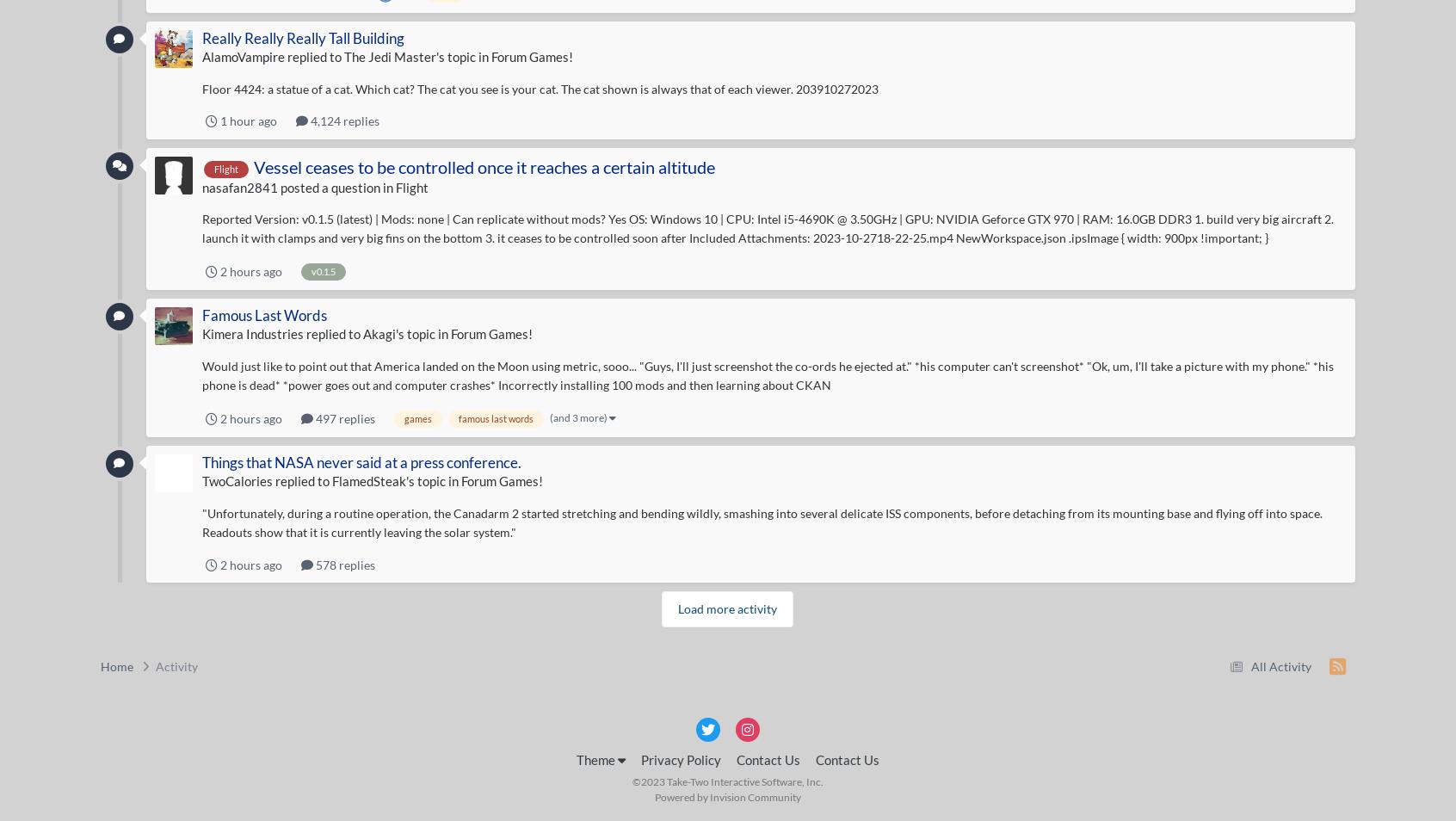  What do you see at coordinates (494, 417) in the screenshot?
I see `'famous last words'` at bounding box center [494, 417].